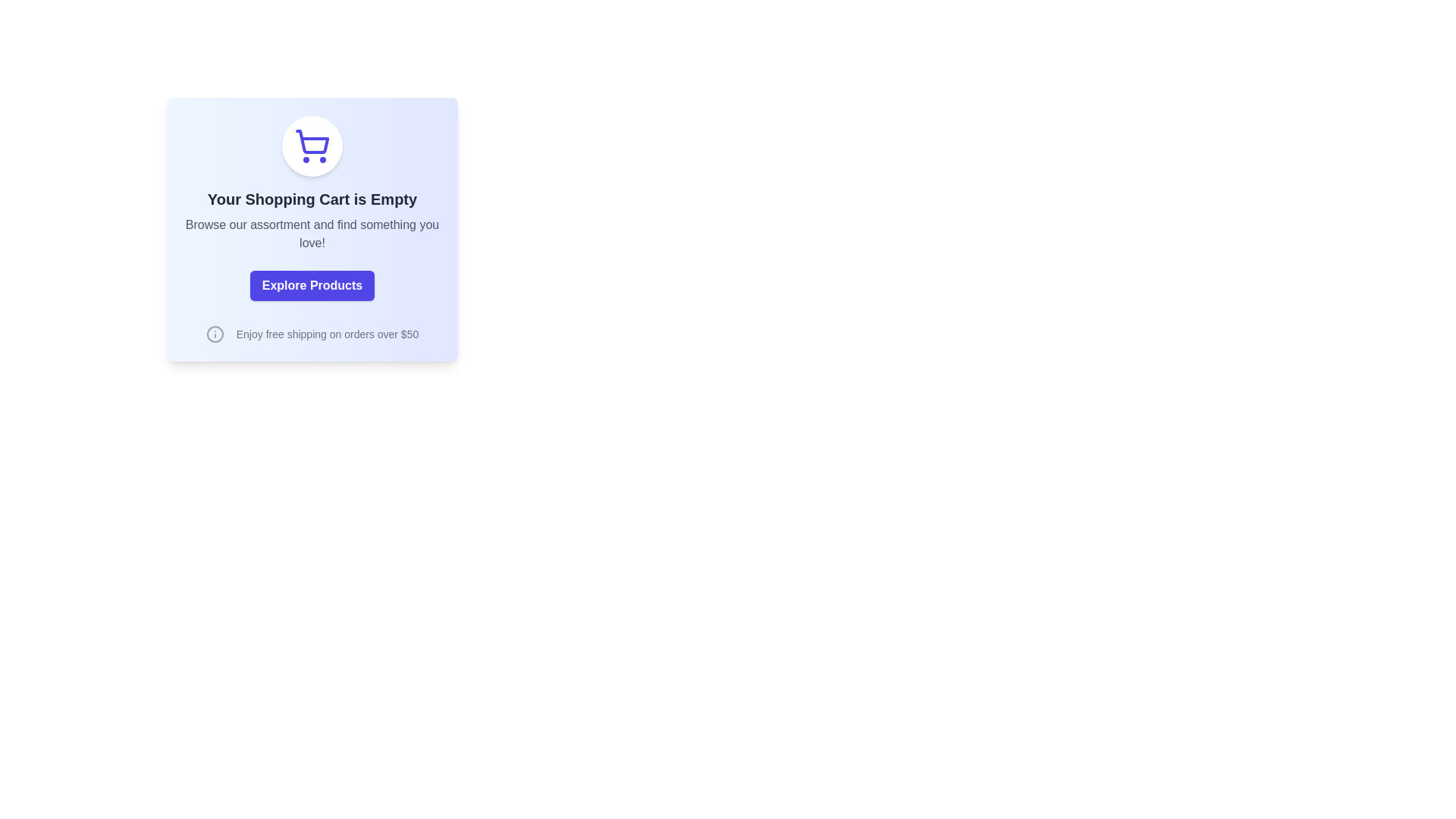 This screenshot has height=819, width=1456. Describe the element at coordinates (312, 142) in the screenshot. I see `the stylized shopping cart icon, which is a bold indigo outlined vector graphic within an SVG element, located centrally above the text on the UI card` at that location.